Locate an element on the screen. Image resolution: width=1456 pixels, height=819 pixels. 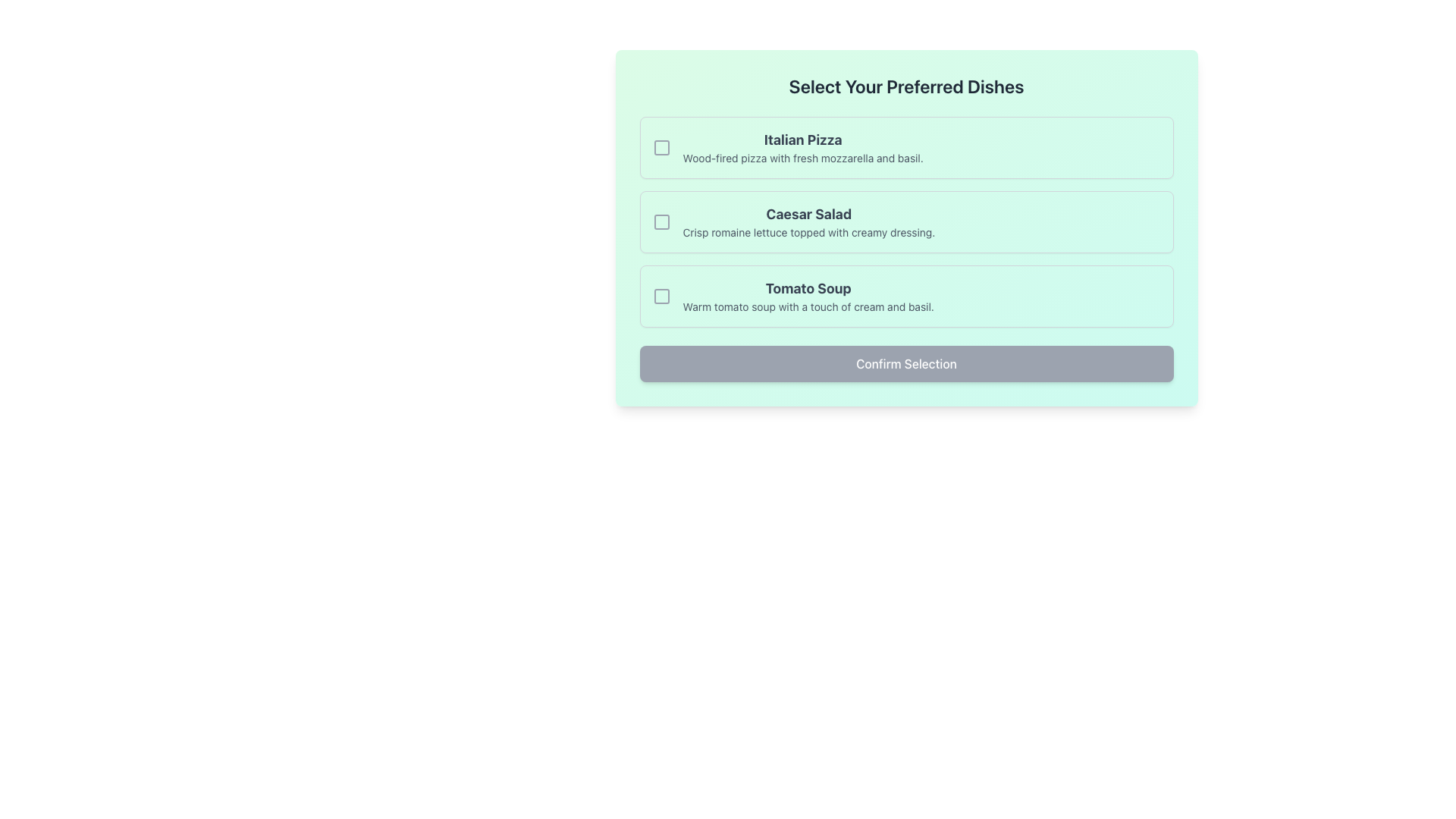
to select the 'Caesar Salad' option from the second item in a vertically stacked list of preferred dishes, which is centrally aligned with an icon on the left is located at coordinates (808, 222).